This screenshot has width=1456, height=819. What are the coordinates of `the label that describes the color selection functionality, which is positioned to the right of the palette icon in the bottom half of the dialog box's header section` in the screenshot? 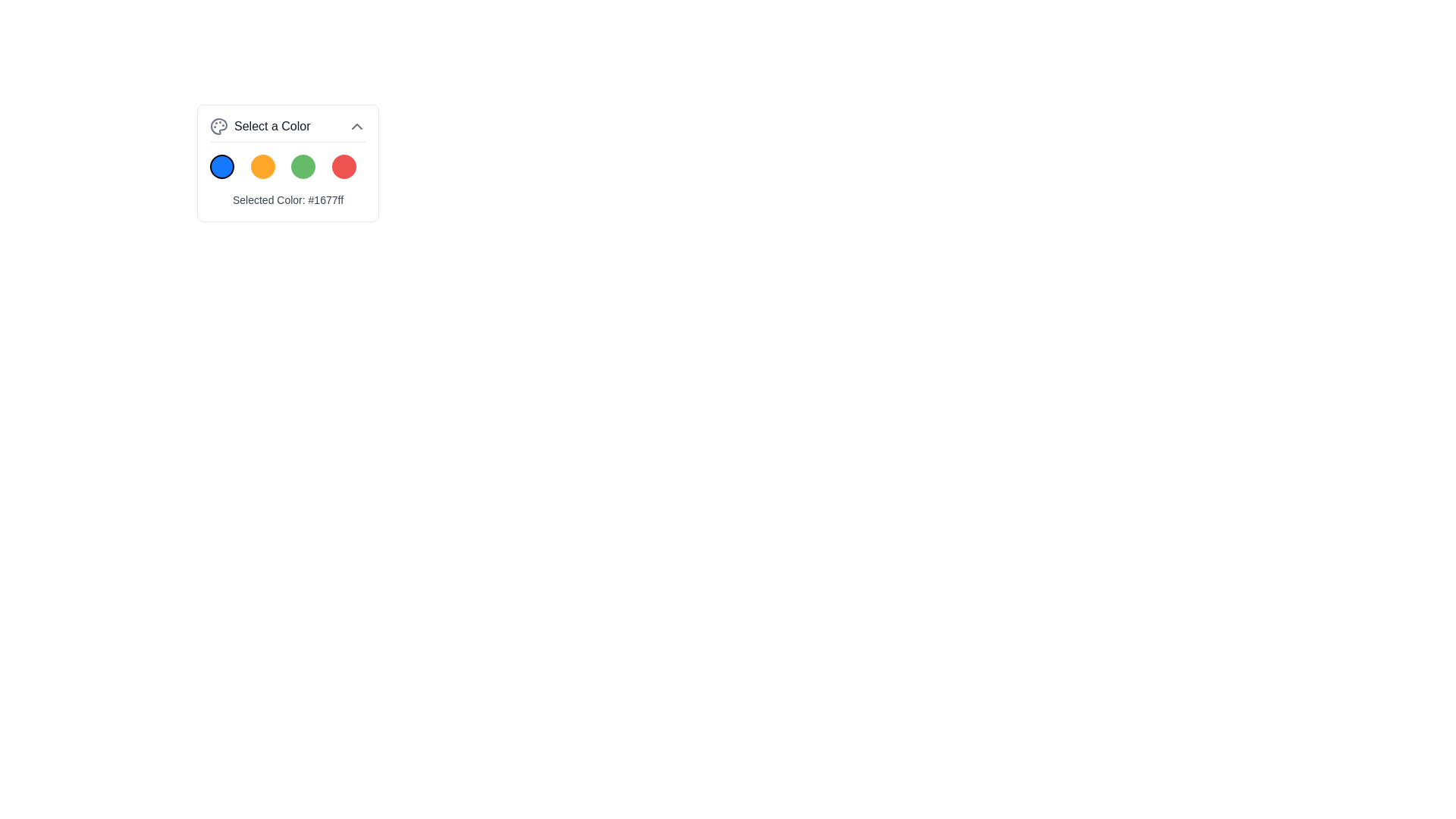 It's located at (272, 125).